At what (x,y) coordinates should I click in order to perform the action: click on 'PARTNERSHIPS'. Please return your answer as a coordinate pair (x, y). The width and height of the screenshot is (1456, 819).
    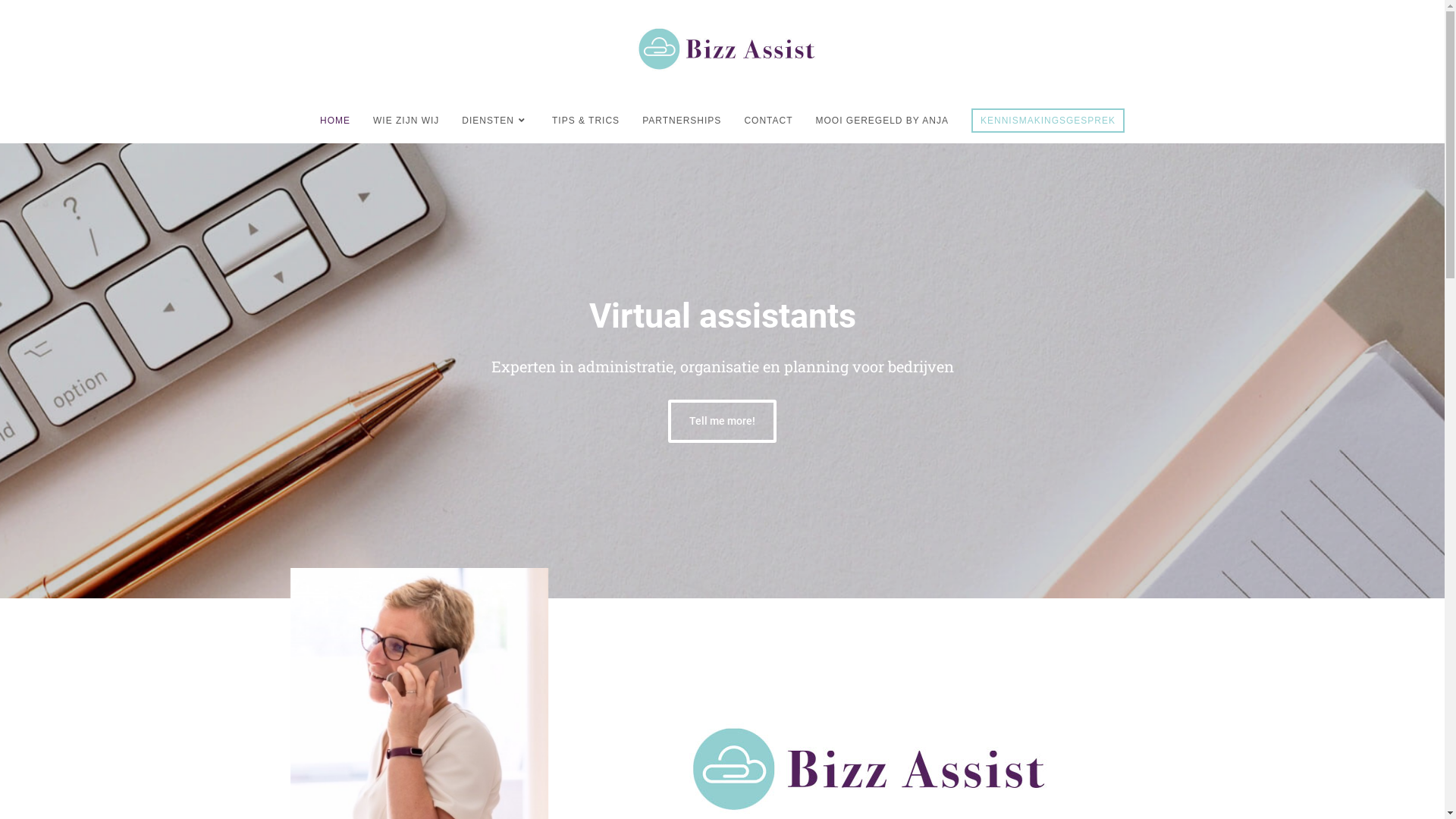
    Looking at the image, I should click on (680, 119).